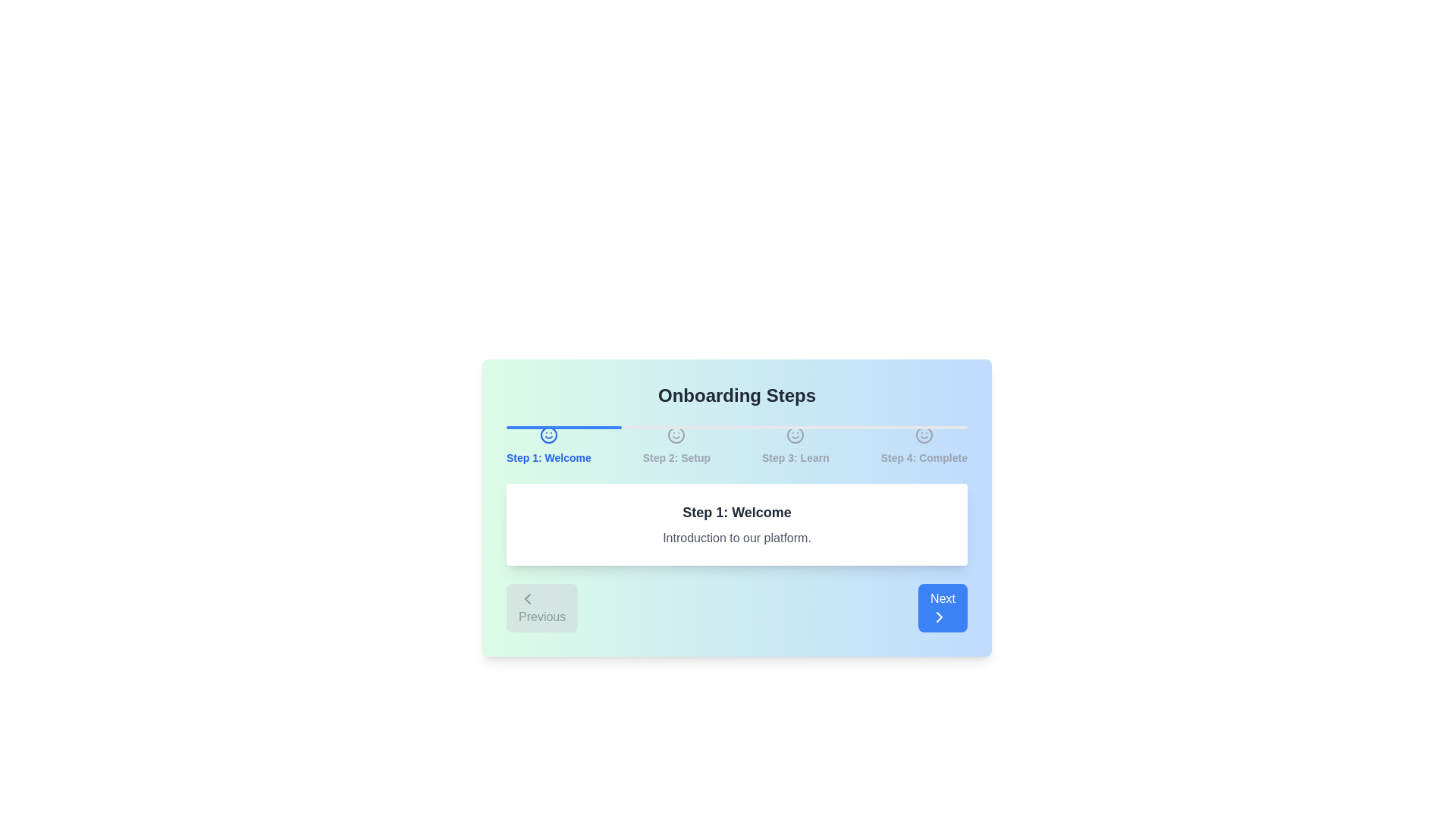  I want to click on the light gray progress bar background located at the top part of the onboarding steps interface, which spans horizontally beneath the step icons, so click(736, 427).